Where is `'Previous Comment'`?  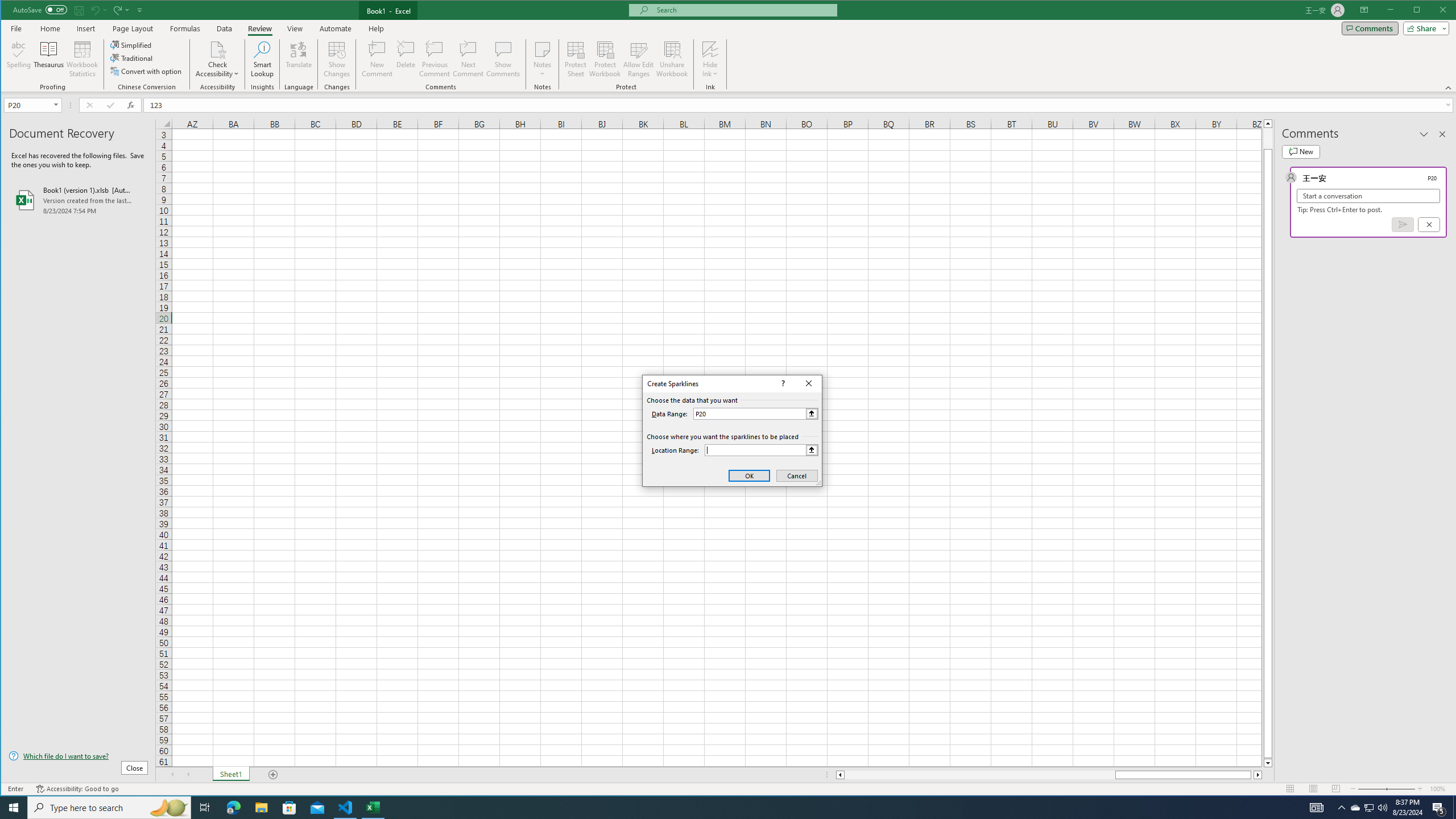
'Previous Comment' is located at coordinates (434, 59).